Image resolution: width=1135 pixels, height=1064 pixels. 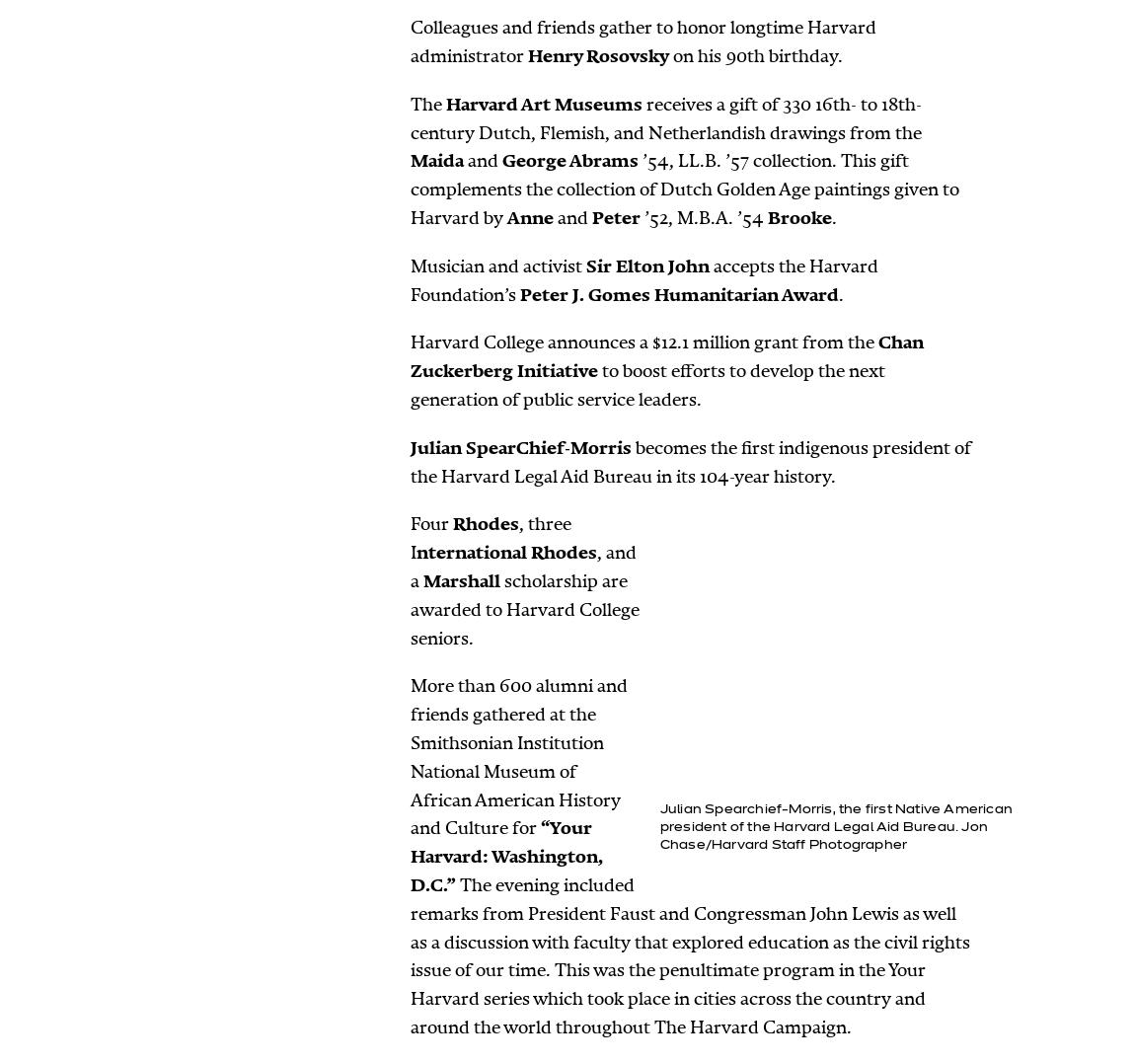 What do you see at coordinates (497, 264) in the screenshot?
I see `'Musician and activist'` at bounding box center [497, 264].